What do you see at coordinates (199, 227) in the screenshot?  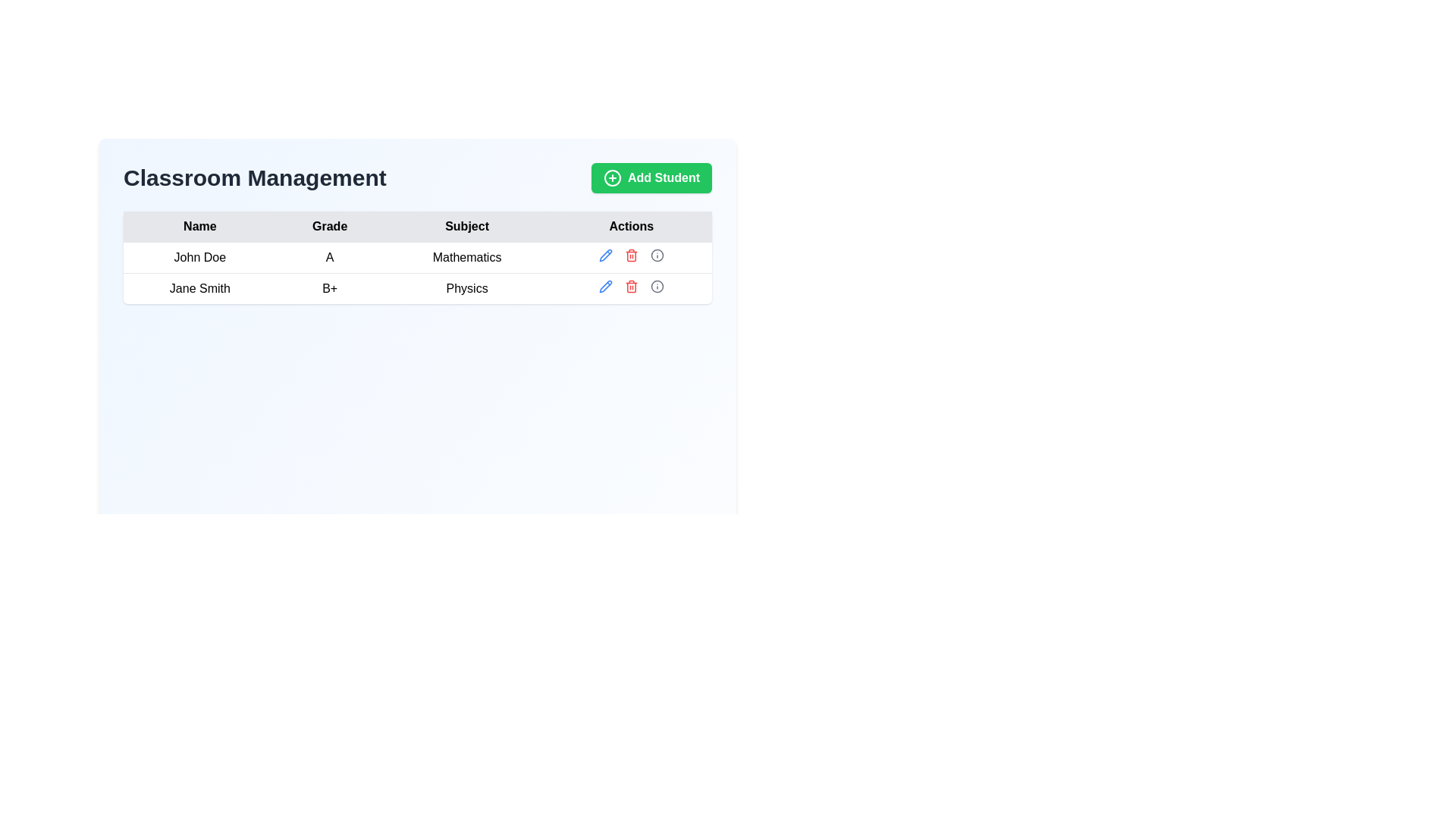 I see `the 'Name' column header text label, which serves as a visual guide for the data type in the table` at bounding box center [199, 227].